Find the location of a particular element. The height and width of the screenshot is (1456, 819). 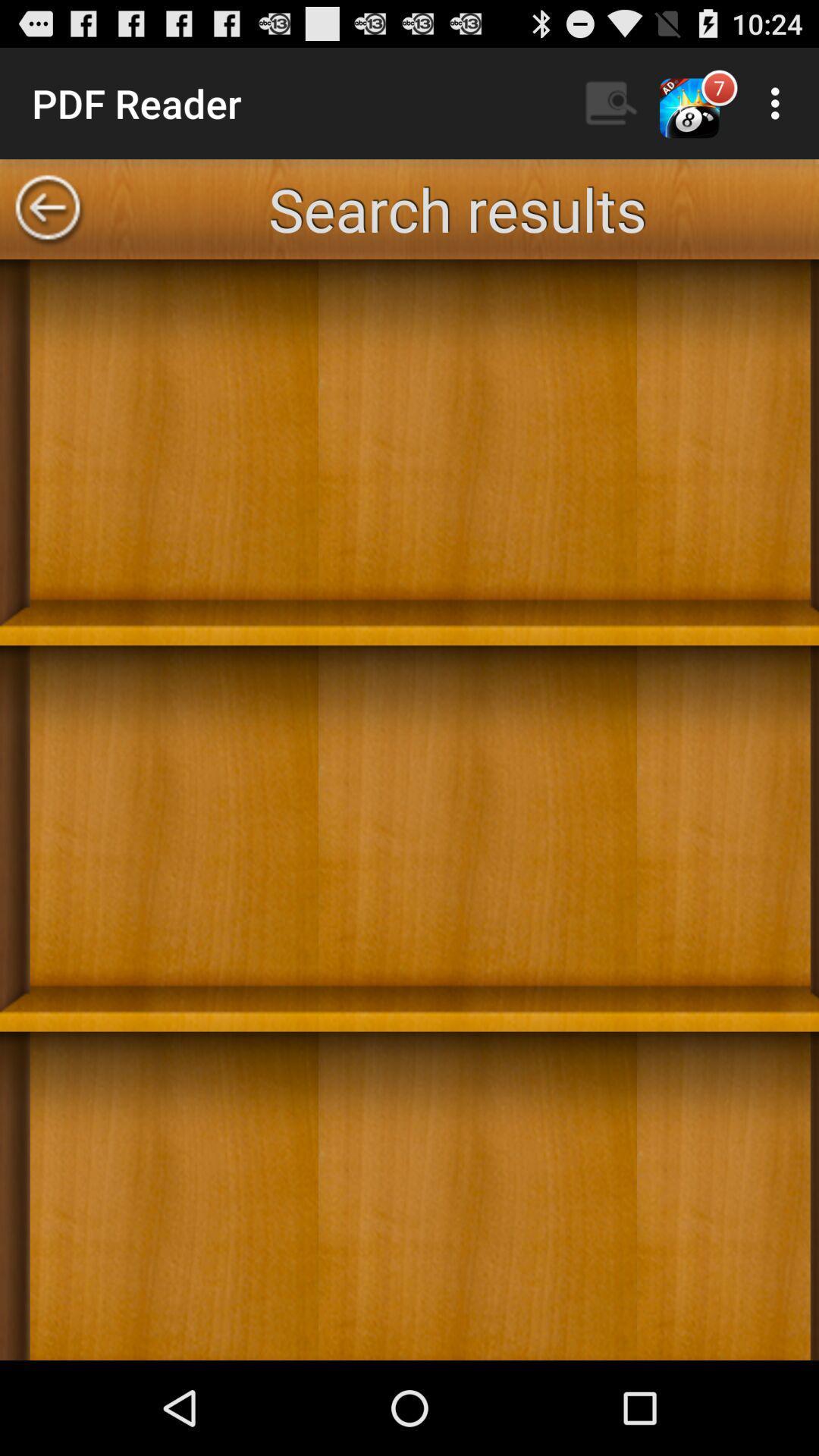

icon above the search results is located at coordinates (779, 102).